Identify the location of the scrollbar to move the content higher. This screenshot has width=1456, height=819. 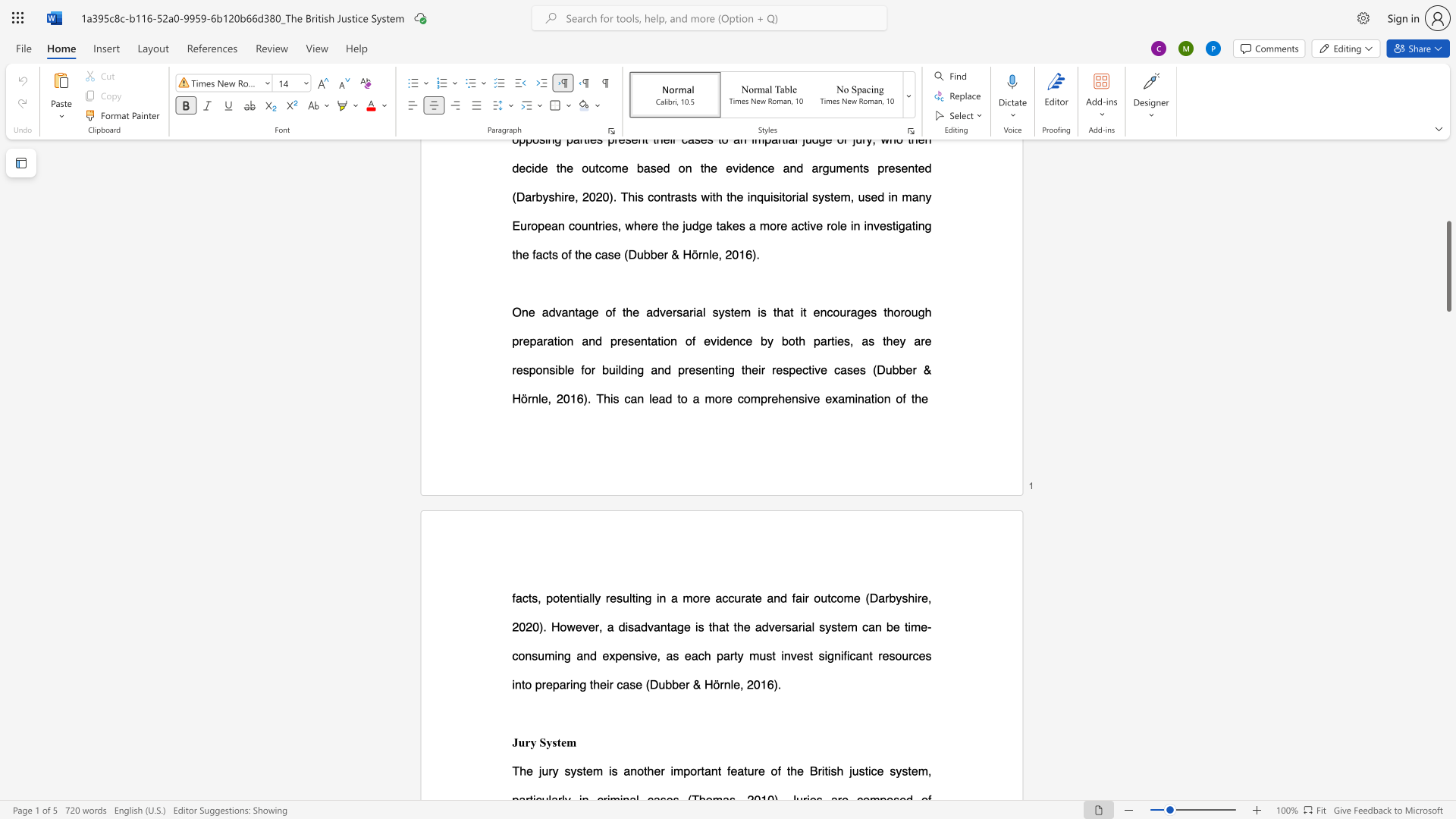
(1448, 249).